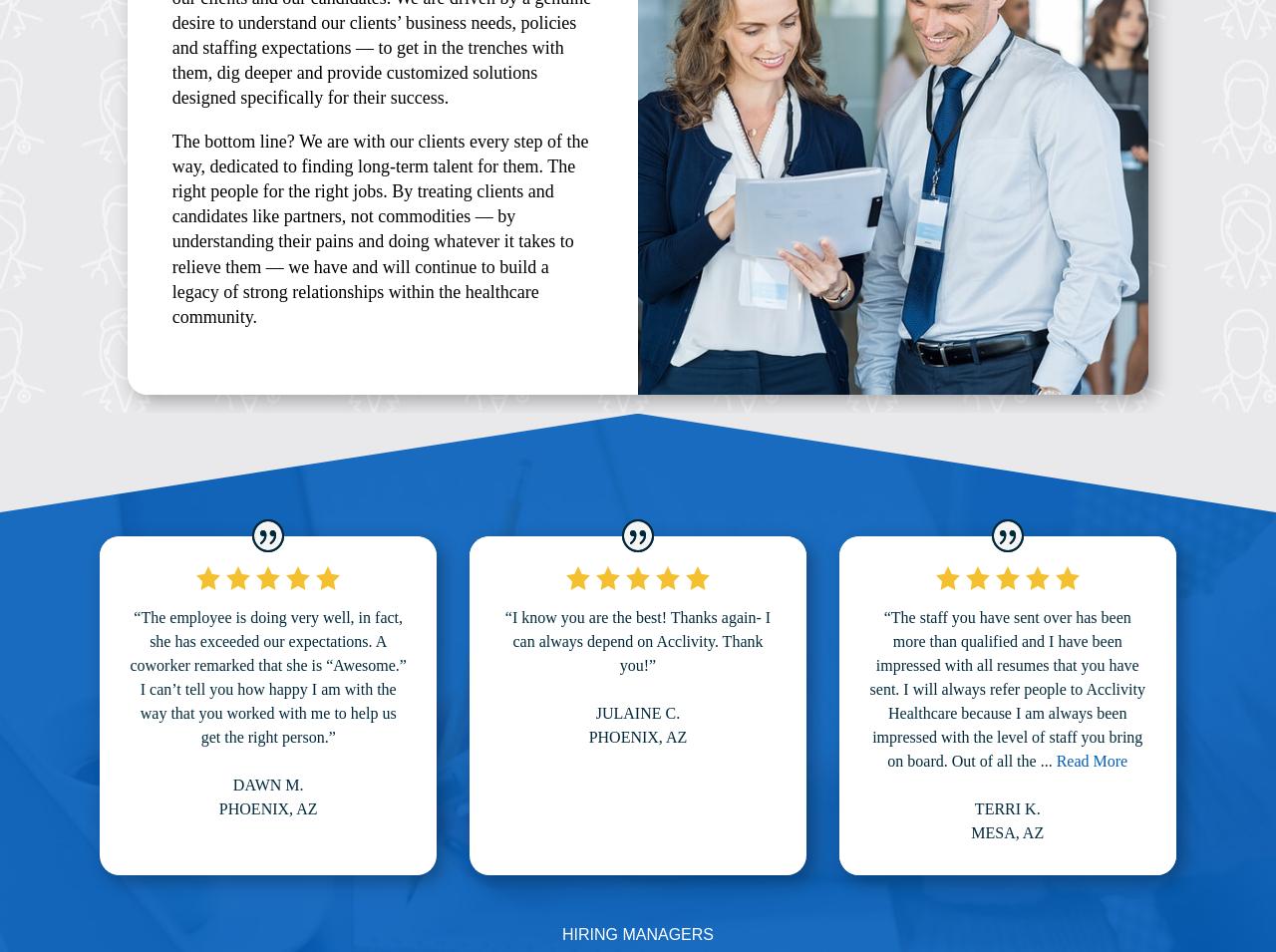  I want to click on 'The bottom line? We are with our clients every step of the way, dedicated to finding long-term talent for them. The right people for the right jobs. By treating clients and candidates like partners, not commodities — by understanding their pains and doing whatever it takes to relieve them — we have and will continue to build a legacy of strong relationships within the healthcare community.', so click(380, 228).